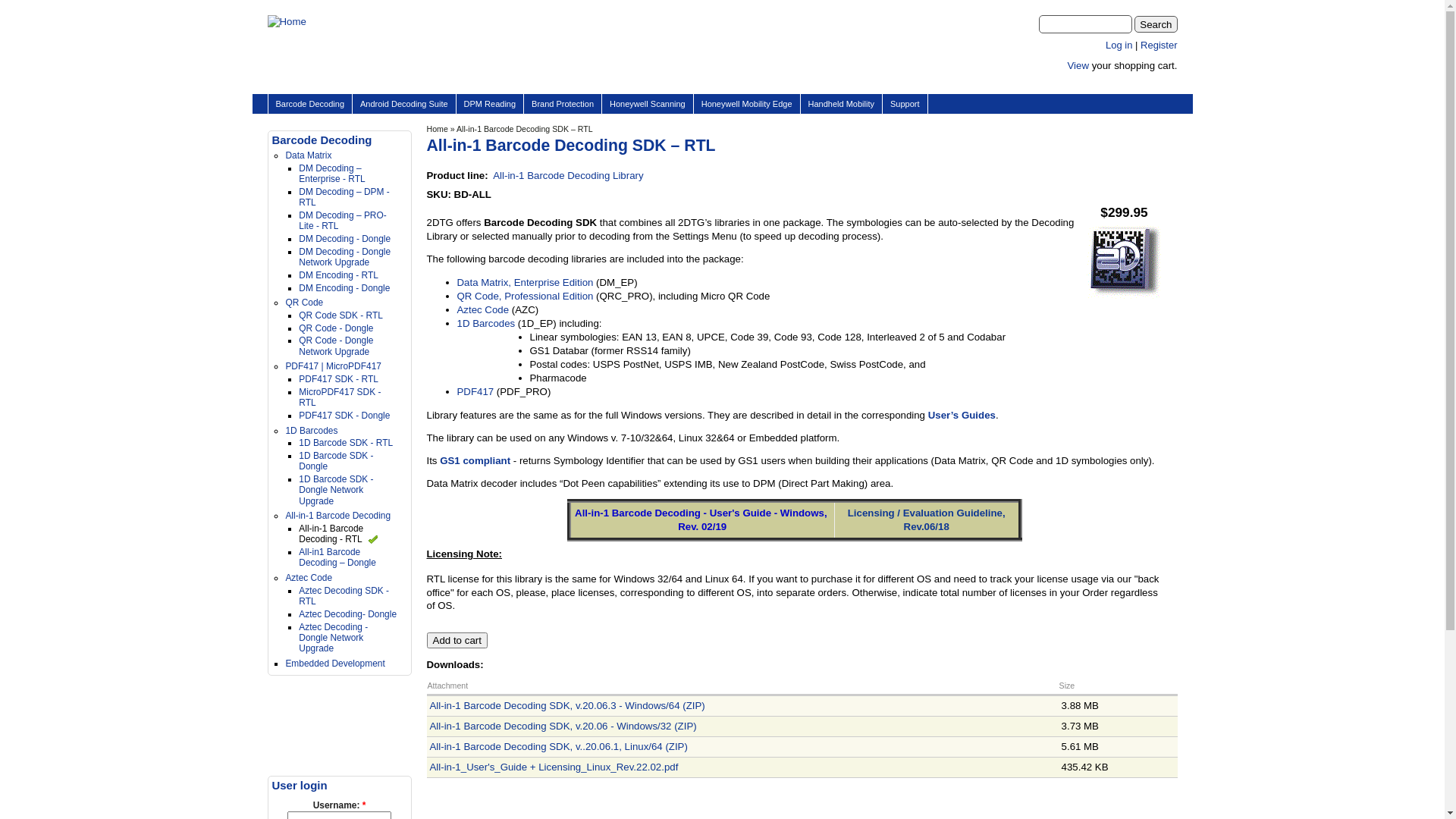  Describe the element at coordinates (524, 282) in the screenshot. I see `'Data Matrix, Enterprise Edition'` at that location.